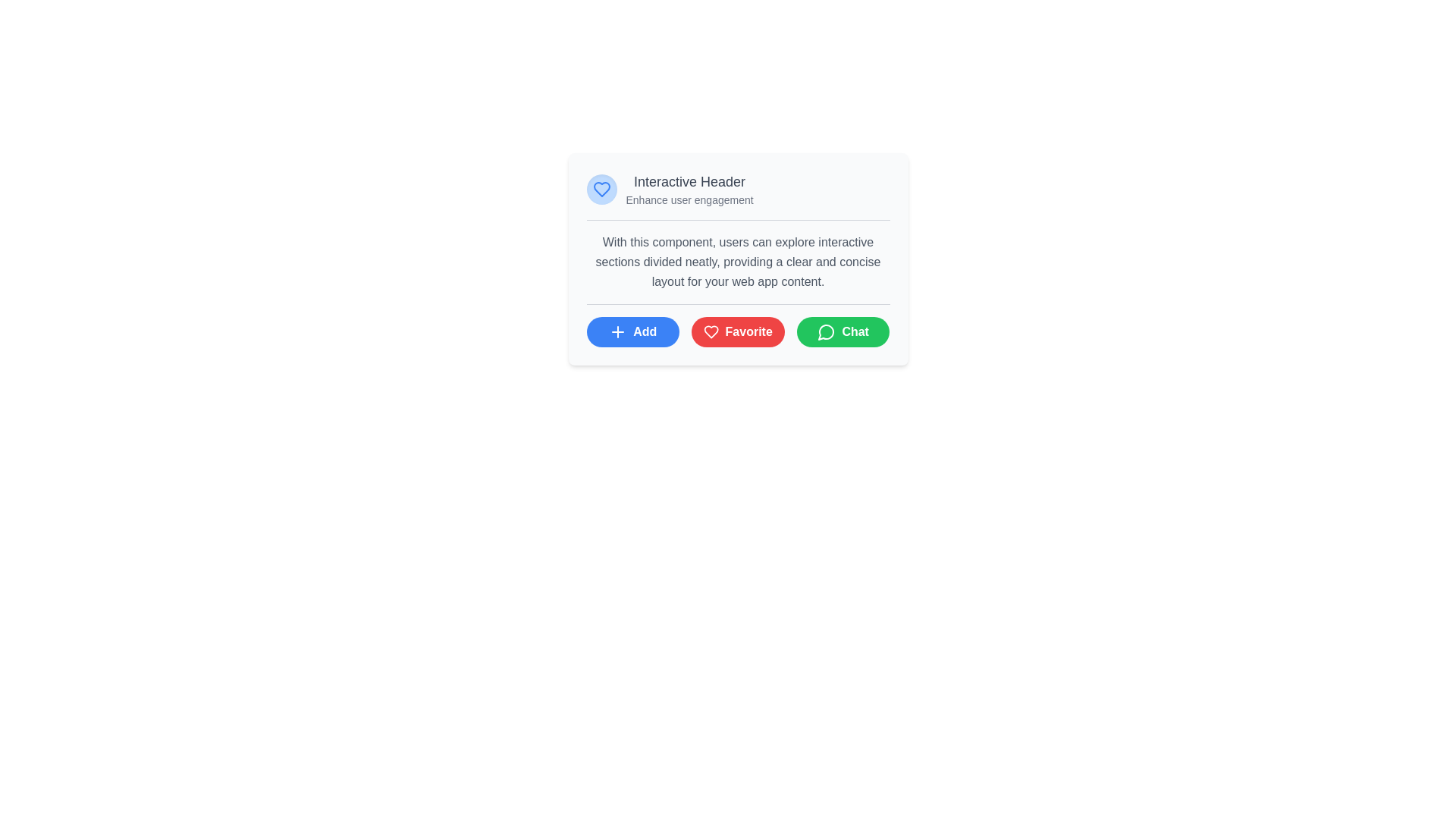  I want to click on the rounded green button labeled 'Chat' with a speech bubble icon to trigger its interactivity effects, so click(843, 331).